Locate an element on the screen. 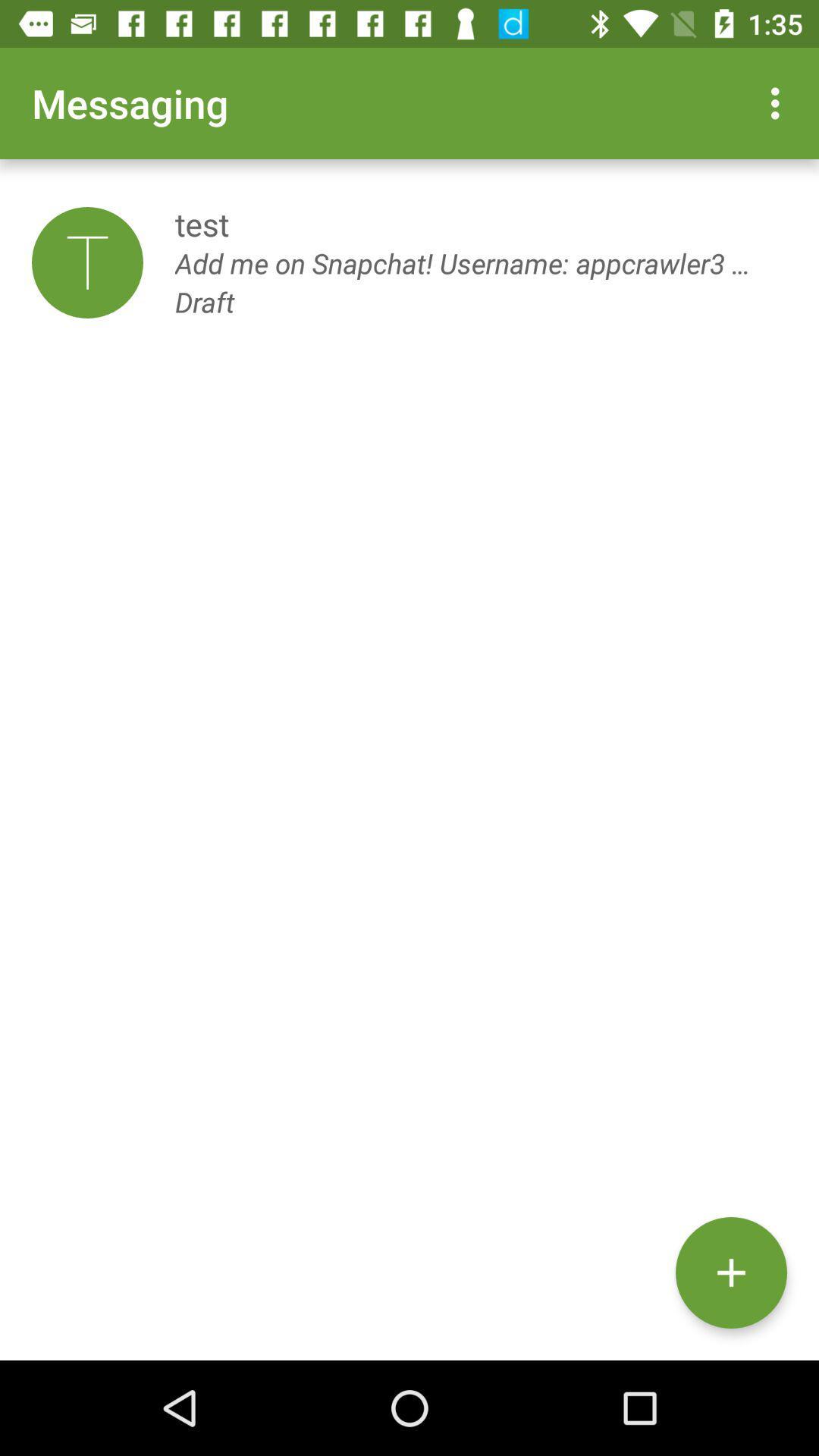 The image size is (819, 1456). the icon to the left of the test is located at coordinates (87, 262).